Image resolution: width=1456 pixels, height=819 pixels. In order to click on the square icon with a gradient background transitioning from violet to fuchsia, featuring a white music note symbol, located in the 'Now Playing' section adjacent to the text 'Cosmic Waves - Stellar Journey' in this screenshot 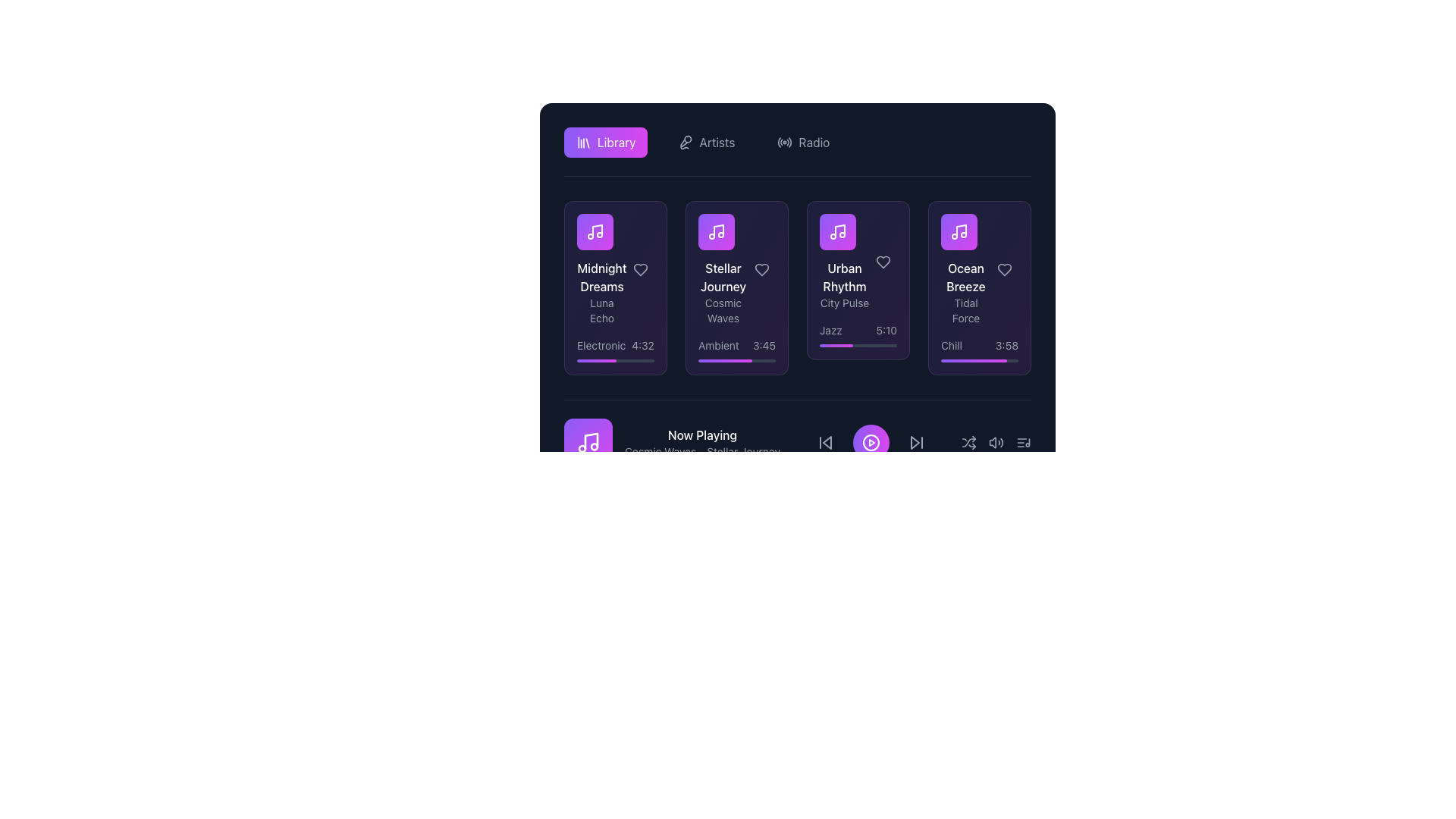, I will do `click(588, 442)`.